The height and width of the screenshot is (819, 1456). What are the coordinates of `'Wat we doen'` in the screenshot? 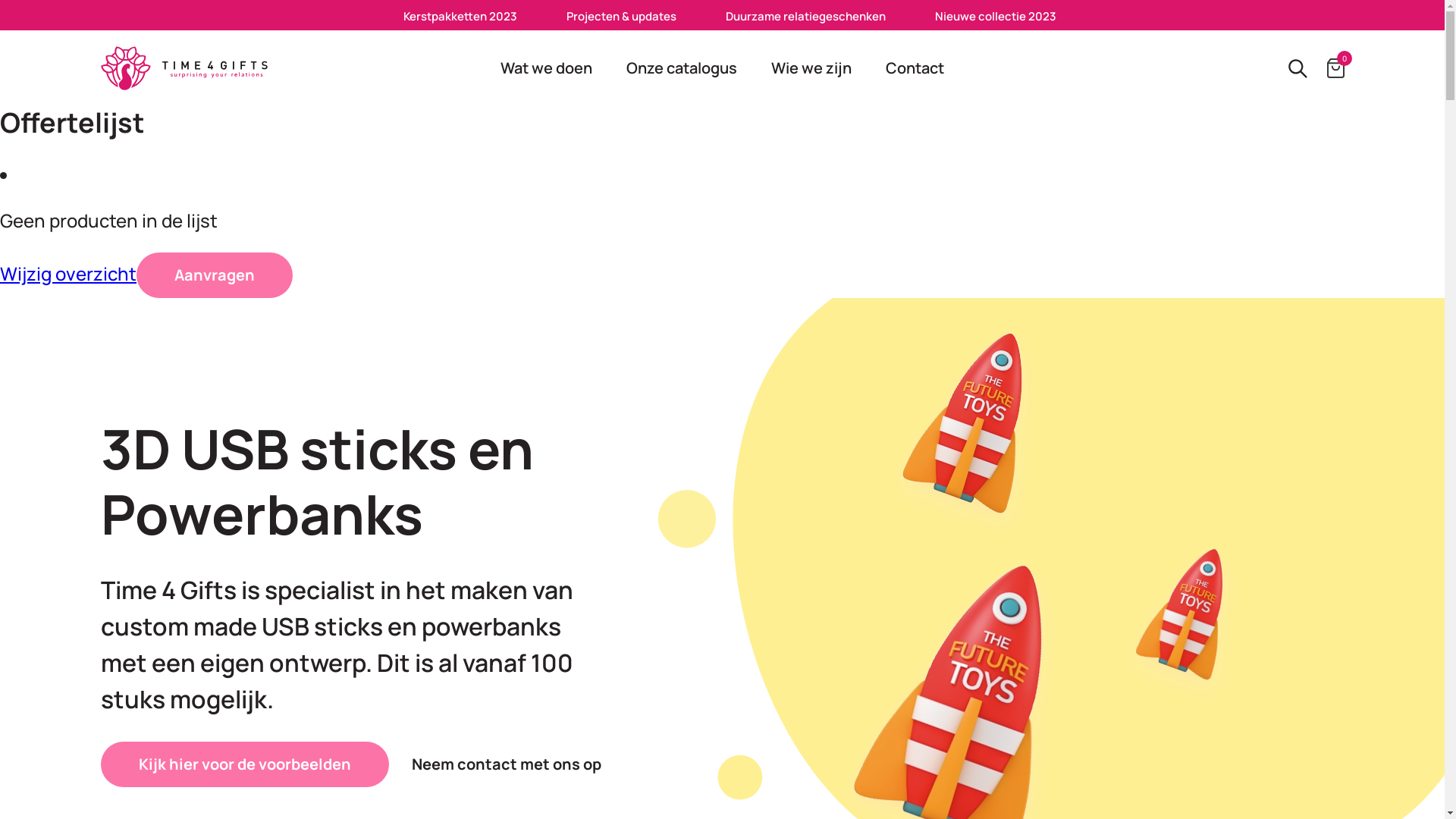 It's located at (546, 67).